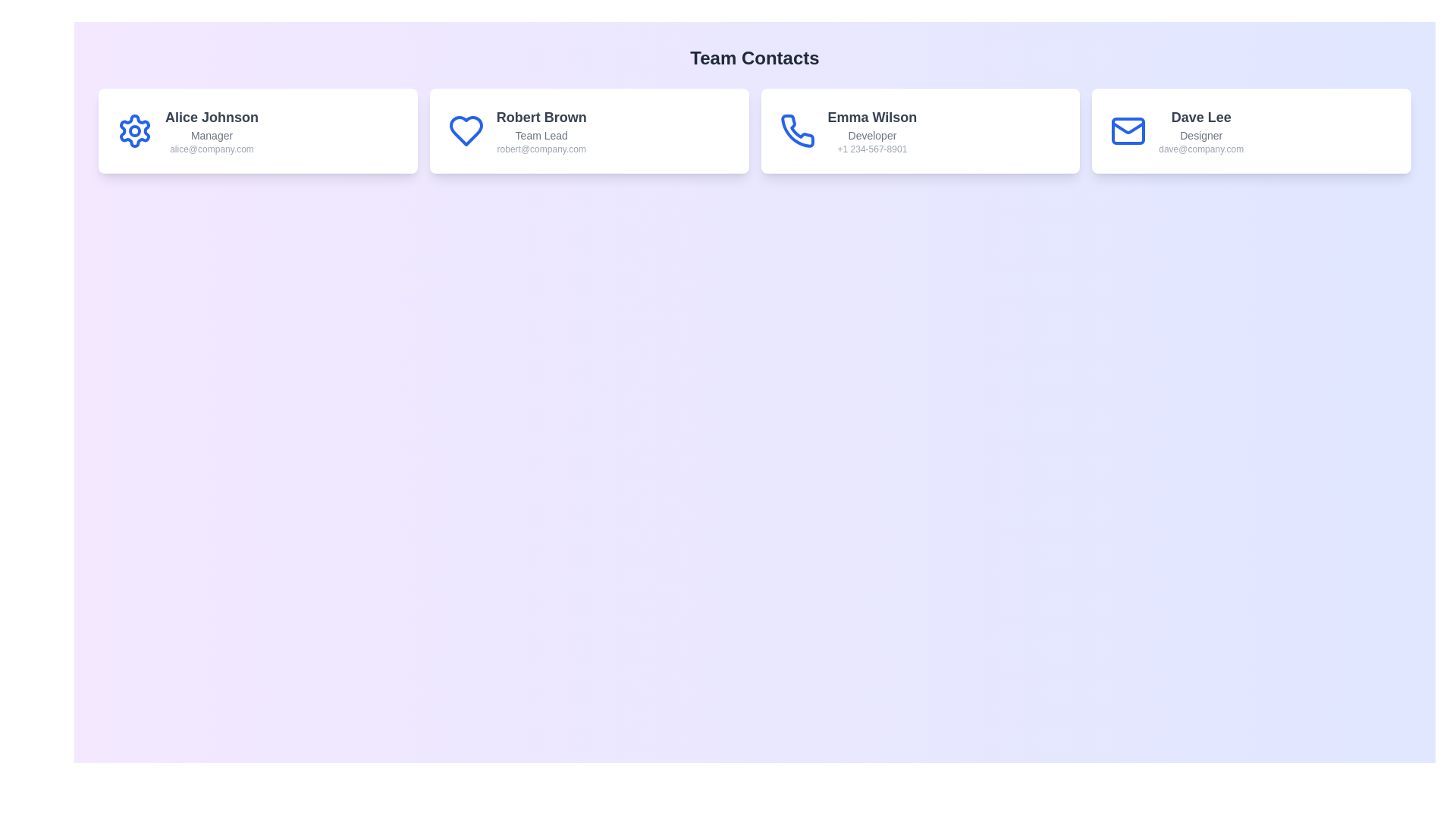  I want to click on the blue phone icon associated with the contact 'Emma Wilson', which is part of the third card in a horizontal set of four cards, so click(796, 130).